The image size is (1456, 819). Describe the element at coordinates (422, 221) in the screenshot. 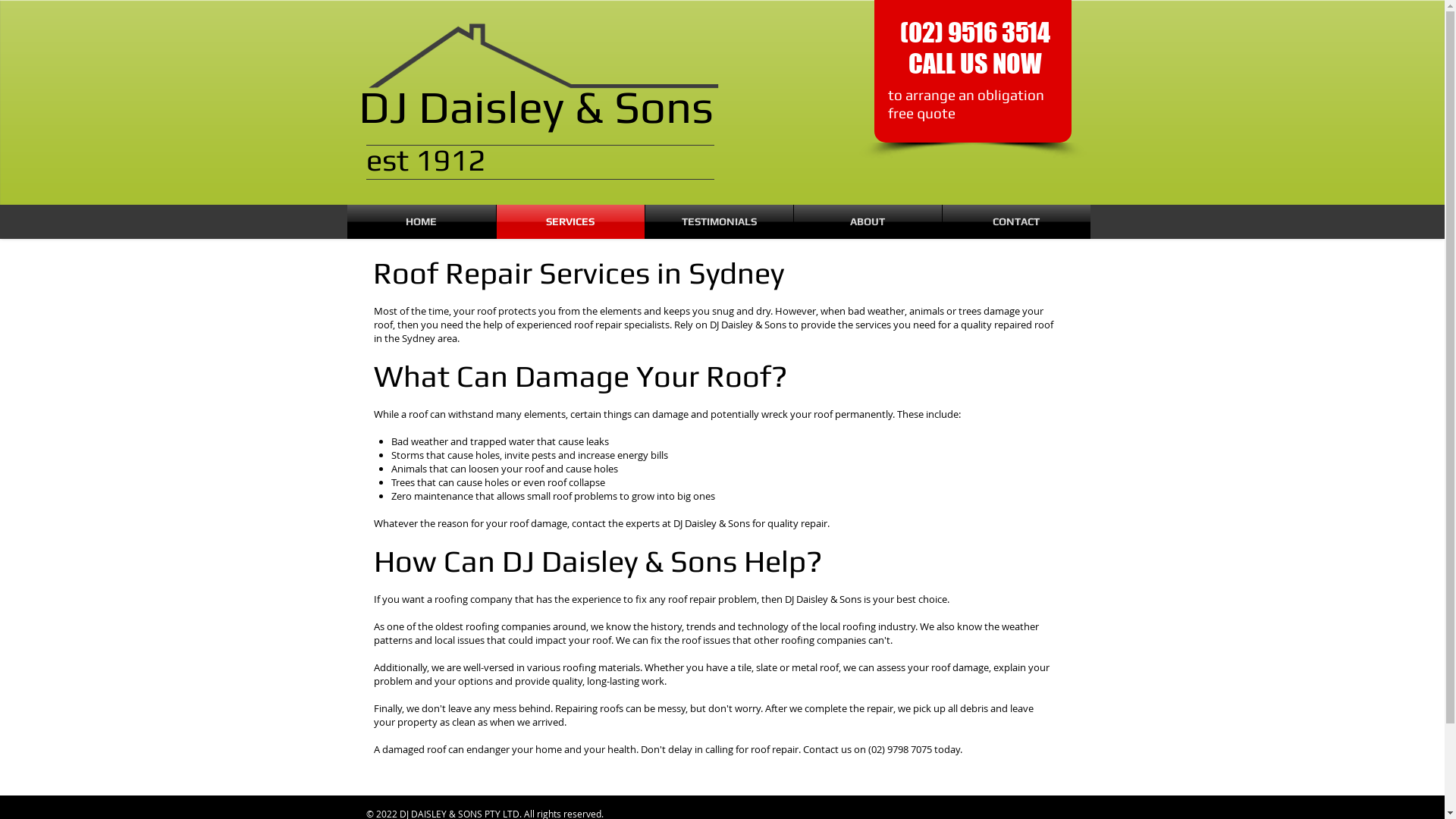

I see `'HOME'` at that location.